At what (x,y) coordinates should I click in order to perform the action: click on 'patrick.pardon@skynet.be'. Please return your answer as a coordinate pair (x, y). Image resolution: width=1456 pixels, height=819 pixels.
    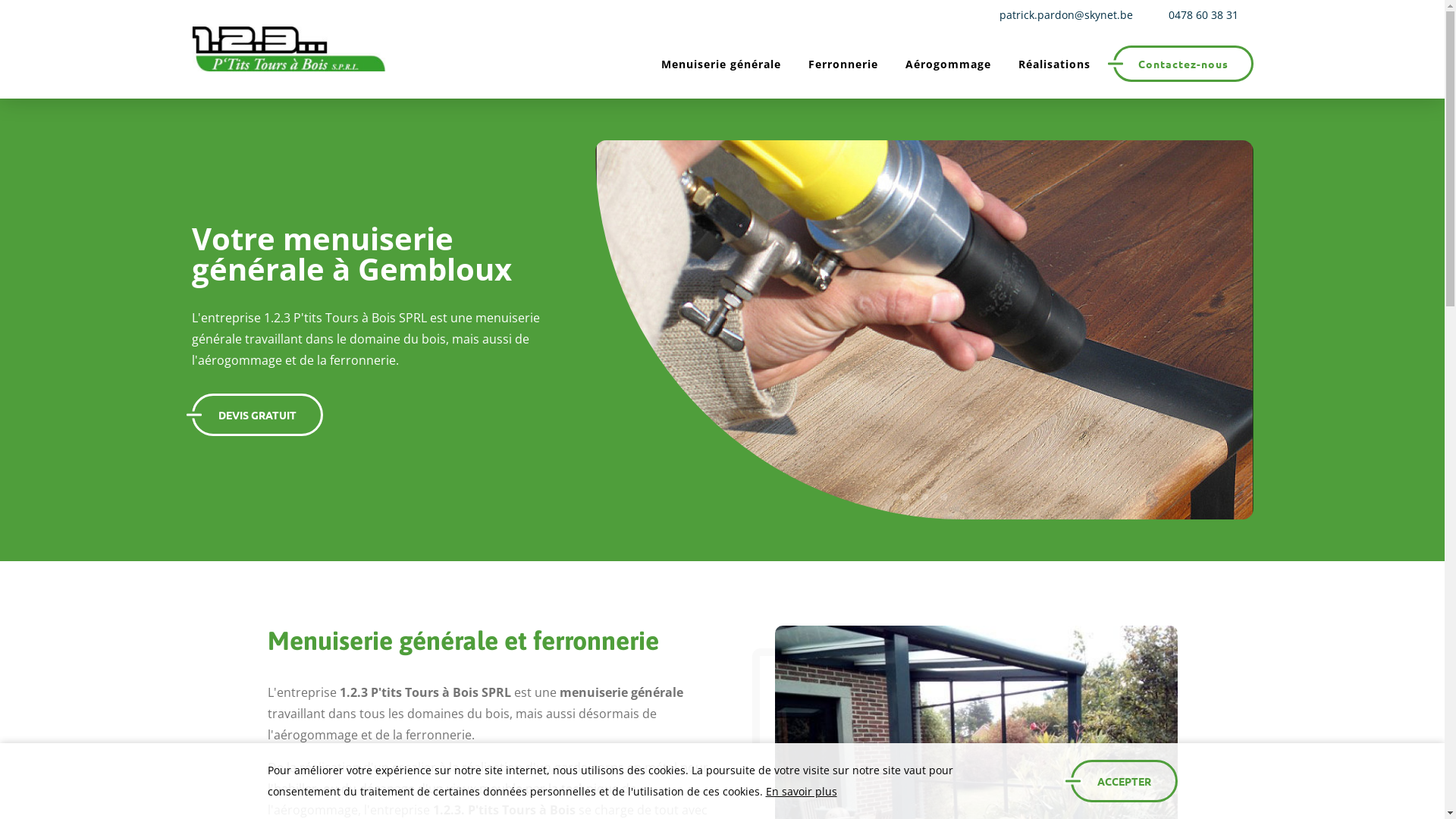
    Looking at the image, I should click on (1062, 14).